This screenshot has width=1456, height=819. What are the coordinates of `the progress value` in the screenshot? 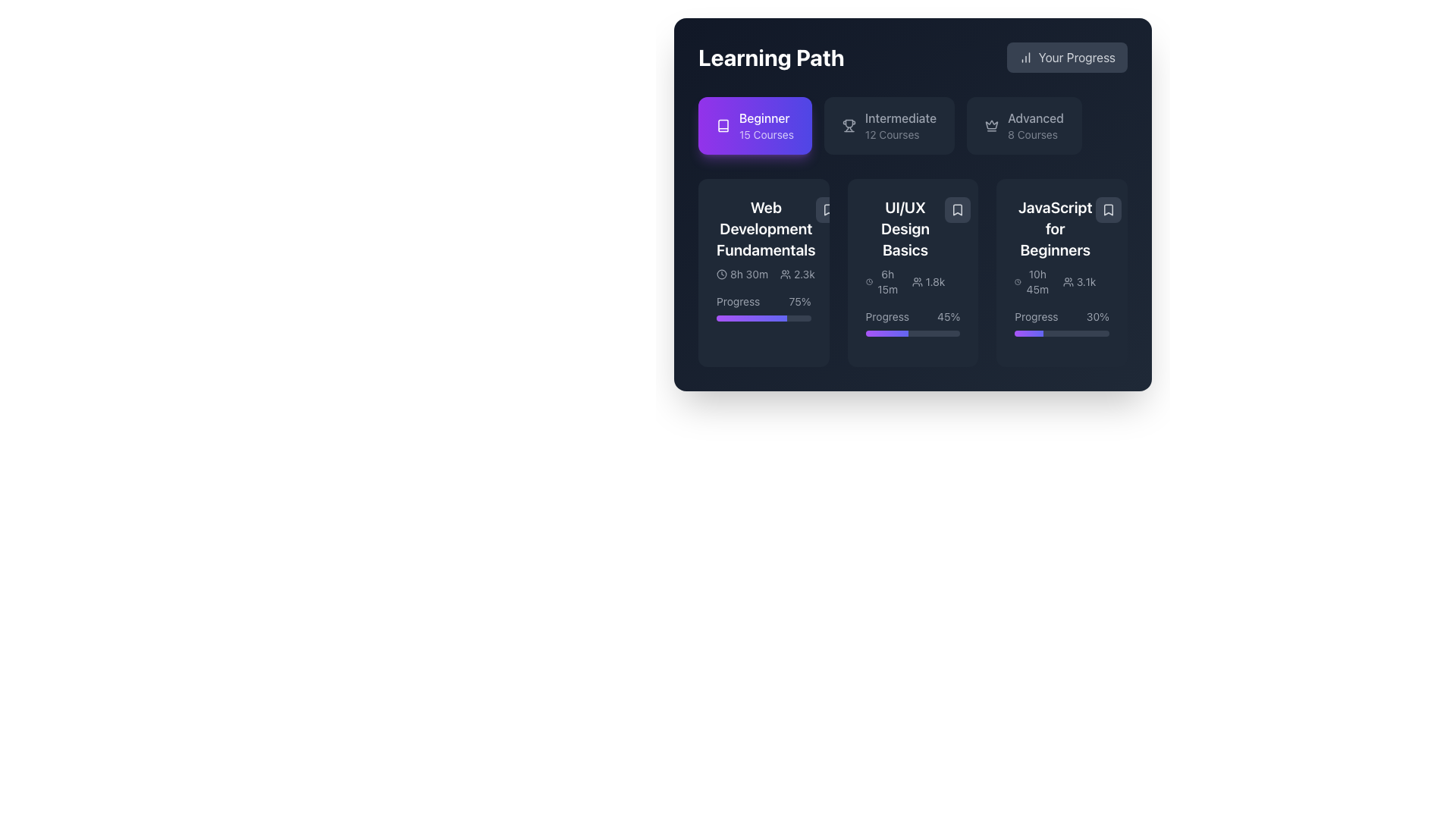 It's located at (1019, 332).